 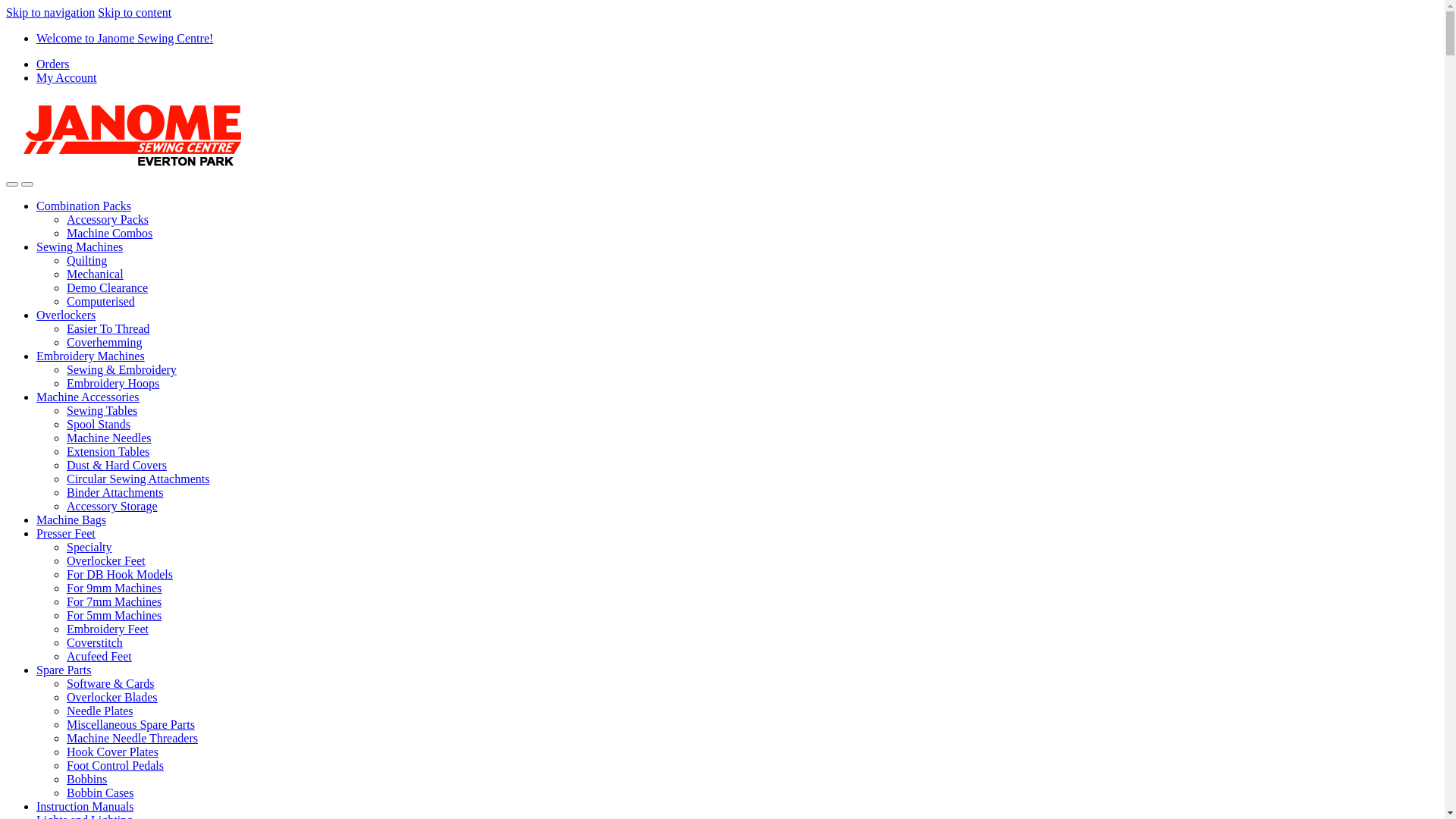 What do you see at coordinates (111, 506) in the screenshot?
I see `'Accessory Storage'` at bounding box center [111, 506].